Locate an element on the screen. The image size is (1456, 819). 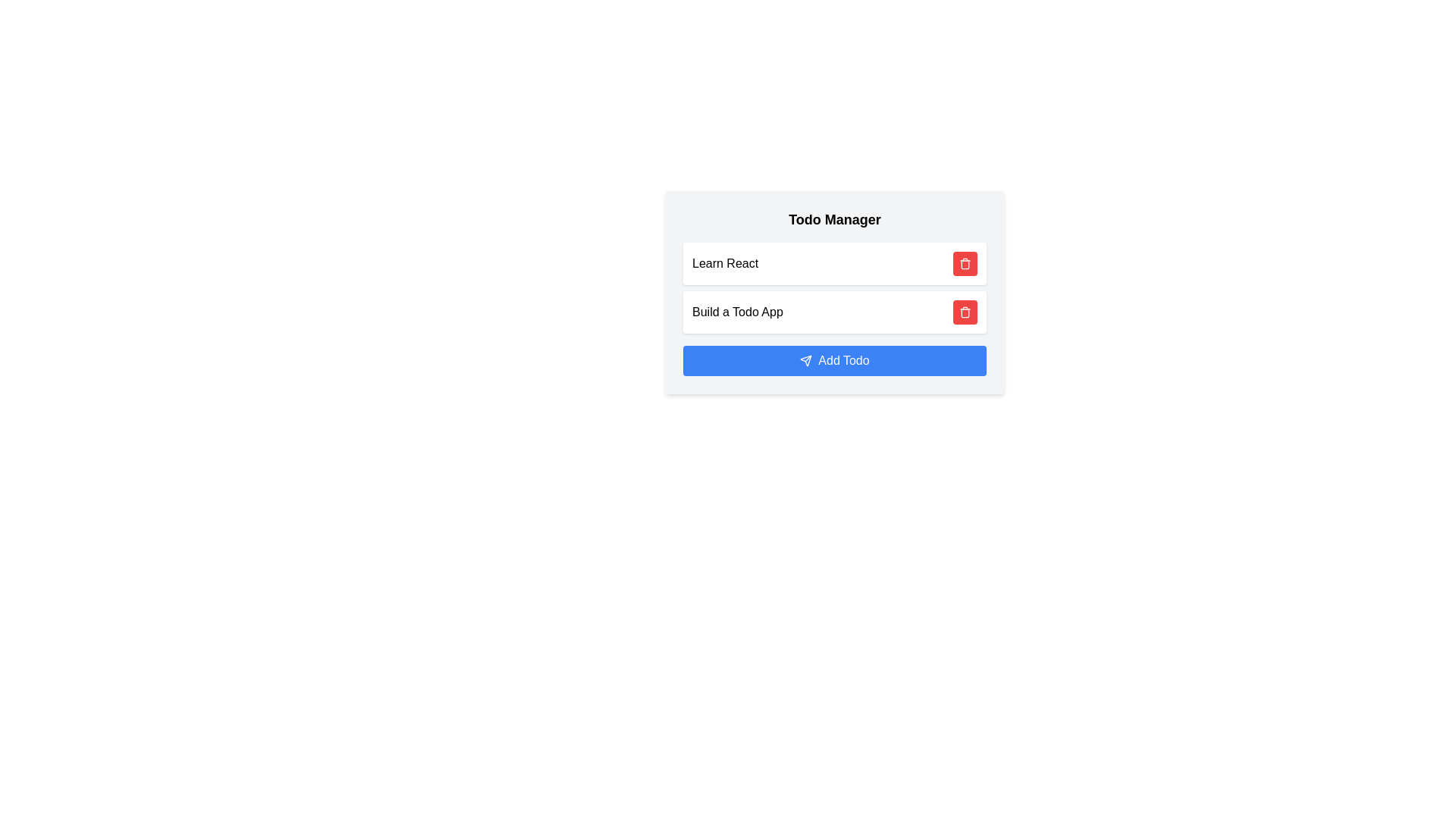
text of the inline label 'Add Todo' located within the blue button at the bottom of the 'Todo Manager' interface, centered horizontally in the card is located at coordinates (843, 360).